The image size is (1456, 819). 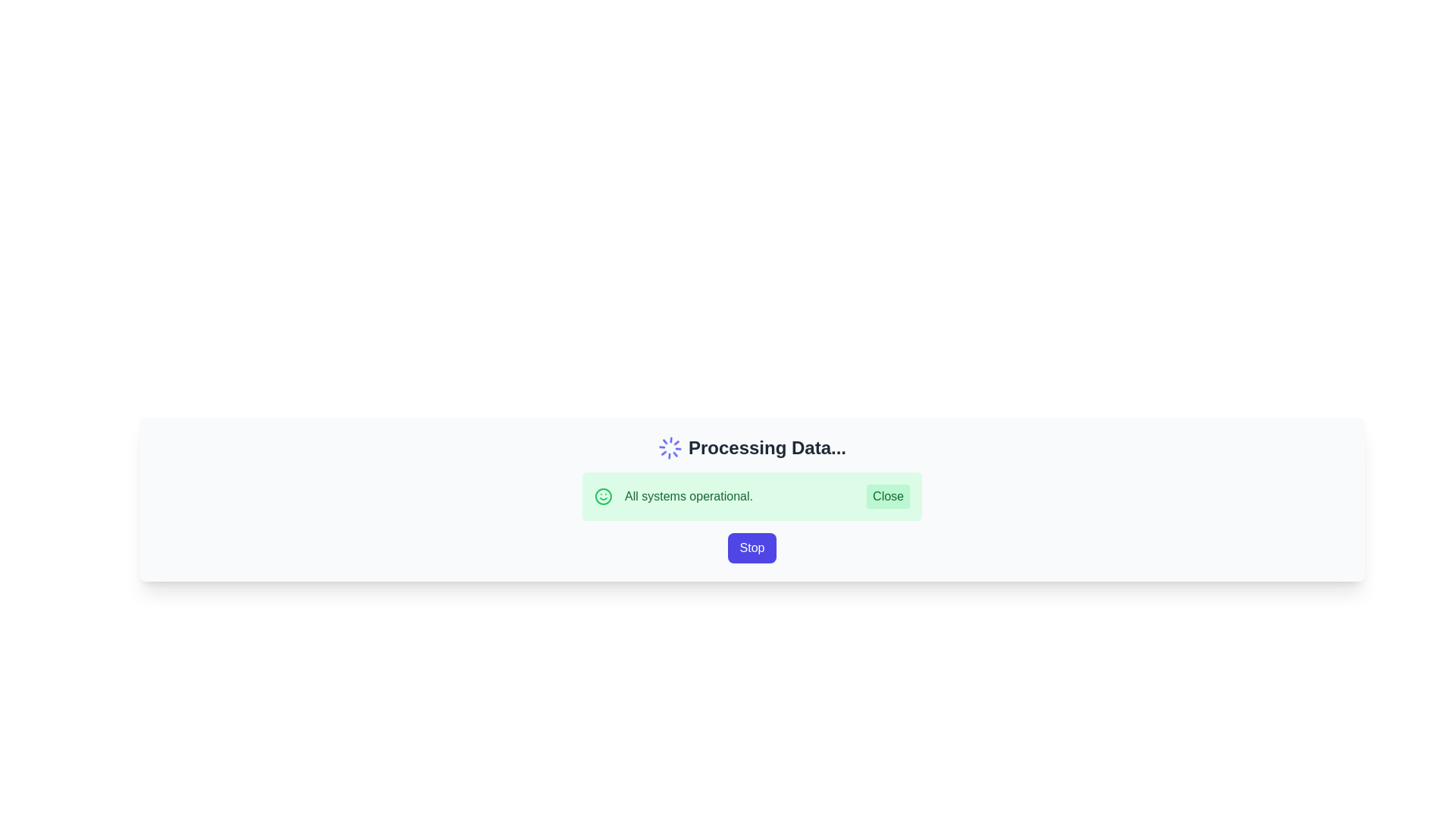 What do you see at coordinates (669, 447) in the screenshot?
I see `the spinner loading indicator located to the left of the text 'Processing Data...' to indicate an ongoing process` at bounding box center [669, 447].